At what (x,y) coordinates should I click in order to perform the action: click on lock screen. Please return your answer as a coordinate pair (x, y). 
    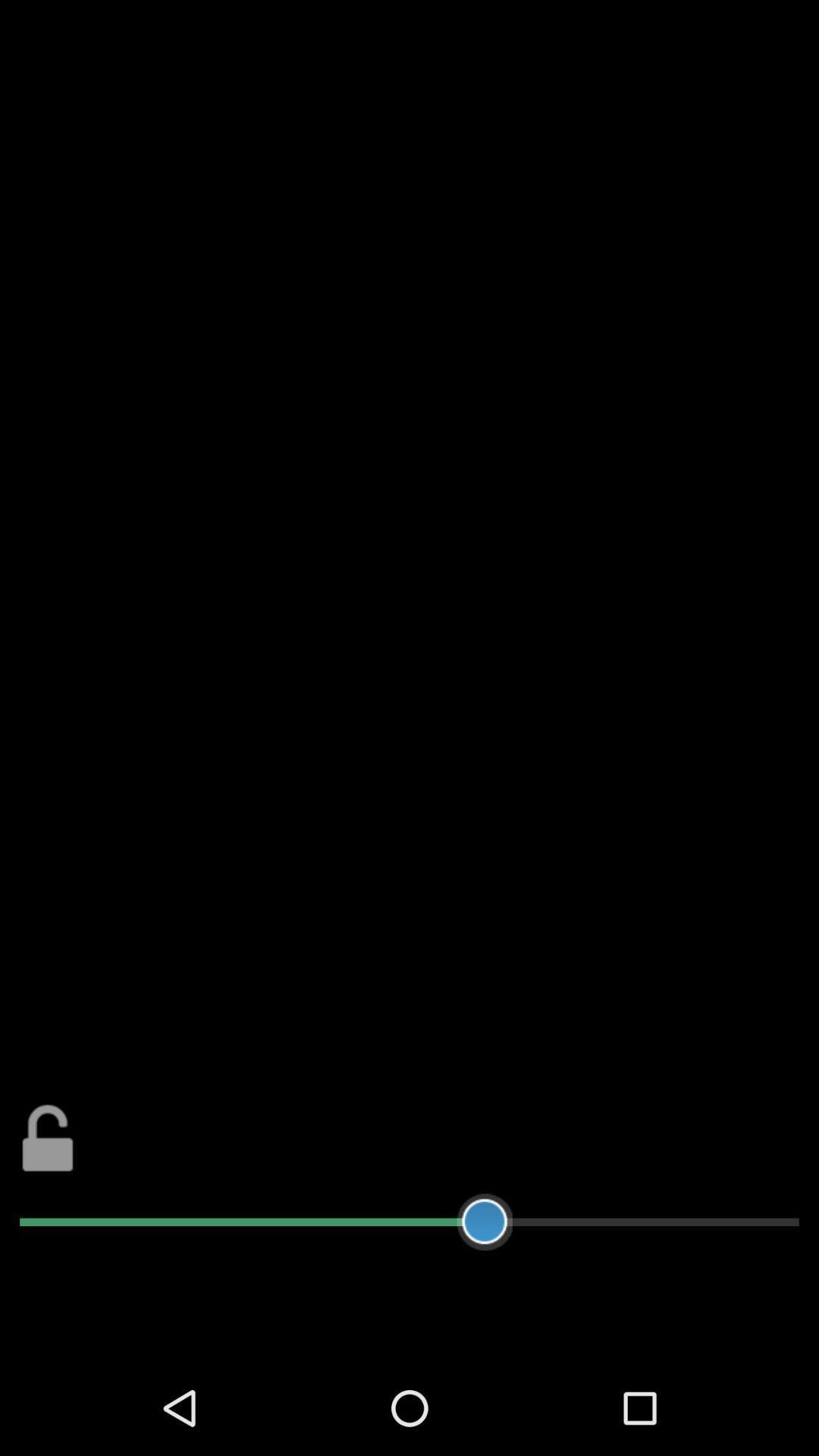
    Looking at the image, I should click on (47, 1137).